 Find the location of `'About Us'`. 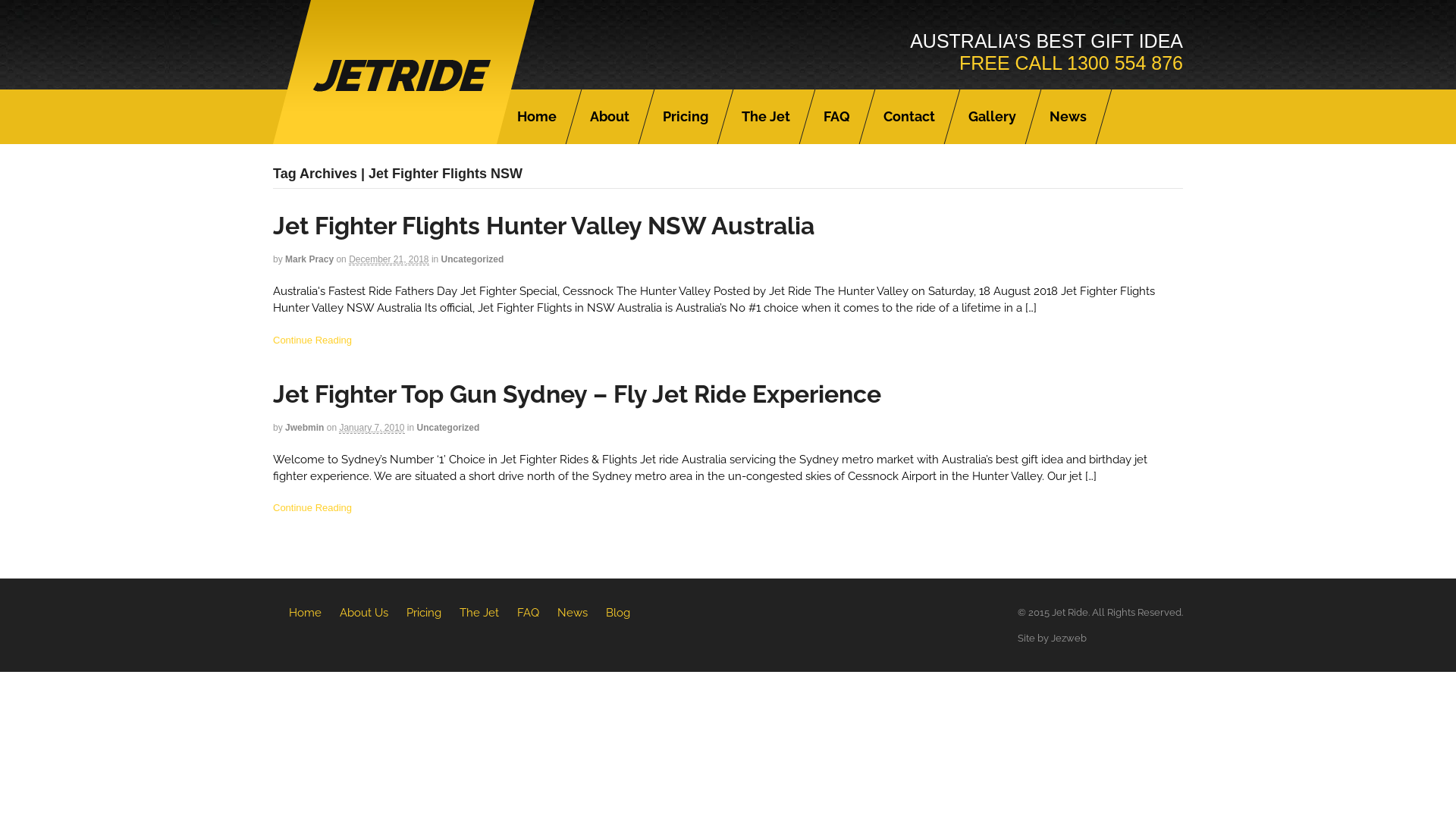

'About Us' is located at coordinates (364, 611).